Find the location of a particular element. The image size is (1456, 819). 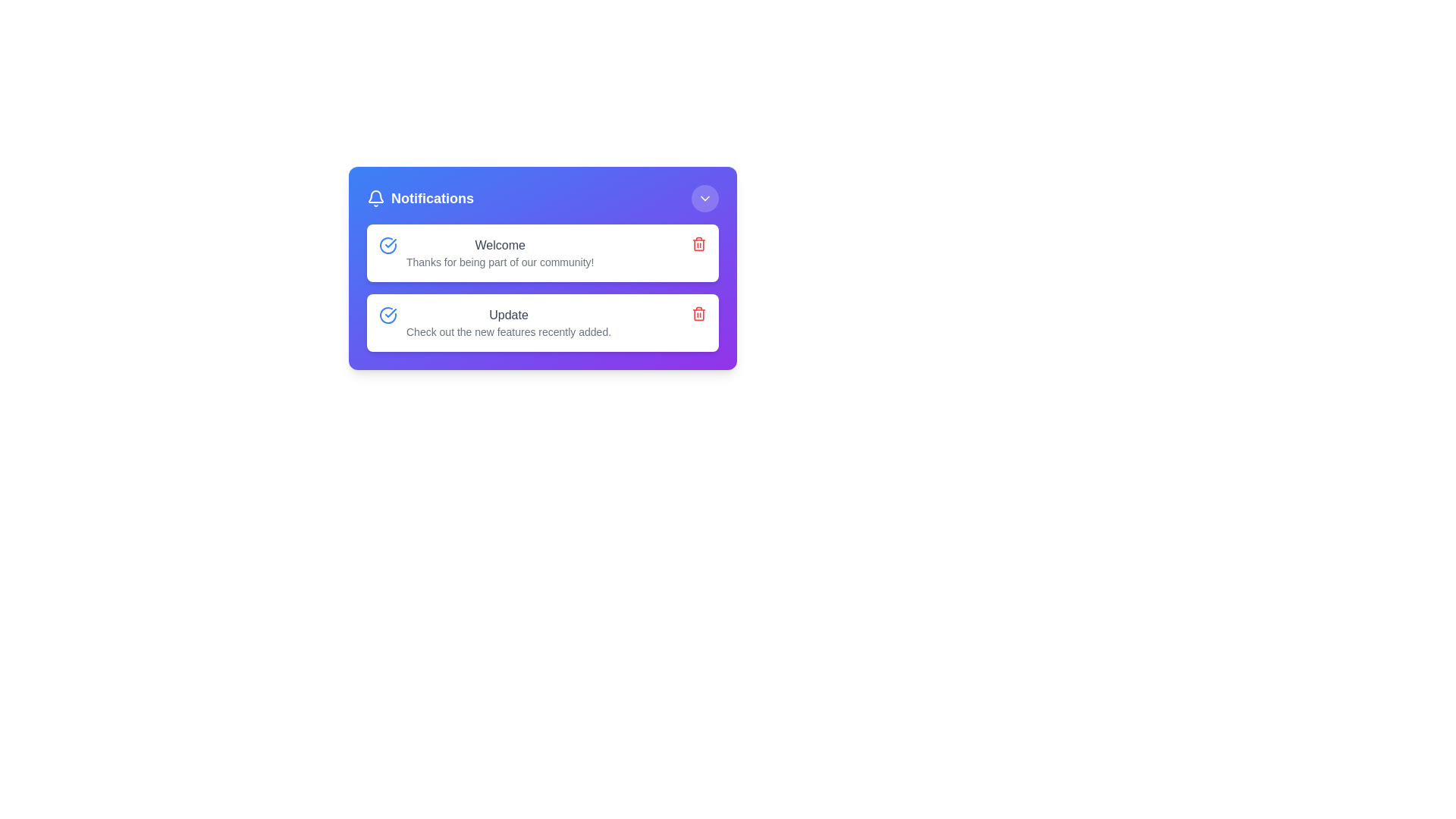

the bell icon indicating notifications, located adjacent to the 'Notifications' text in the header of the notification panel is located at coordinates (375, 198).